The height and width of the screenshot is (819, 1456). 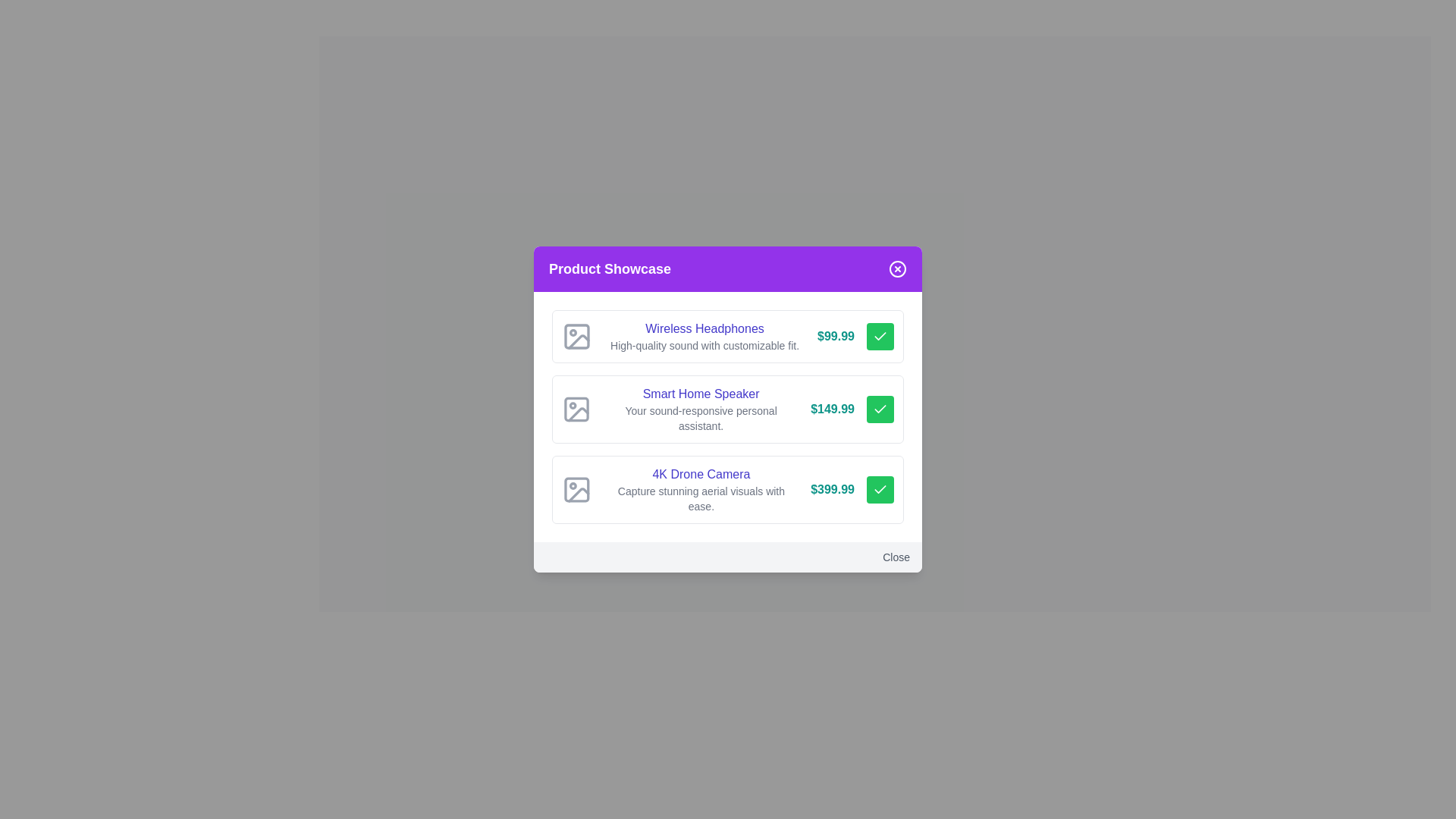 What do you see at coordinates (880, 408) in the screenshot?
I see `the checkmark icon represented in white on a green circular background, which is part of the 'Smart Home Speaker' product entry in the modal dialog` at bounding box center [880, 408].